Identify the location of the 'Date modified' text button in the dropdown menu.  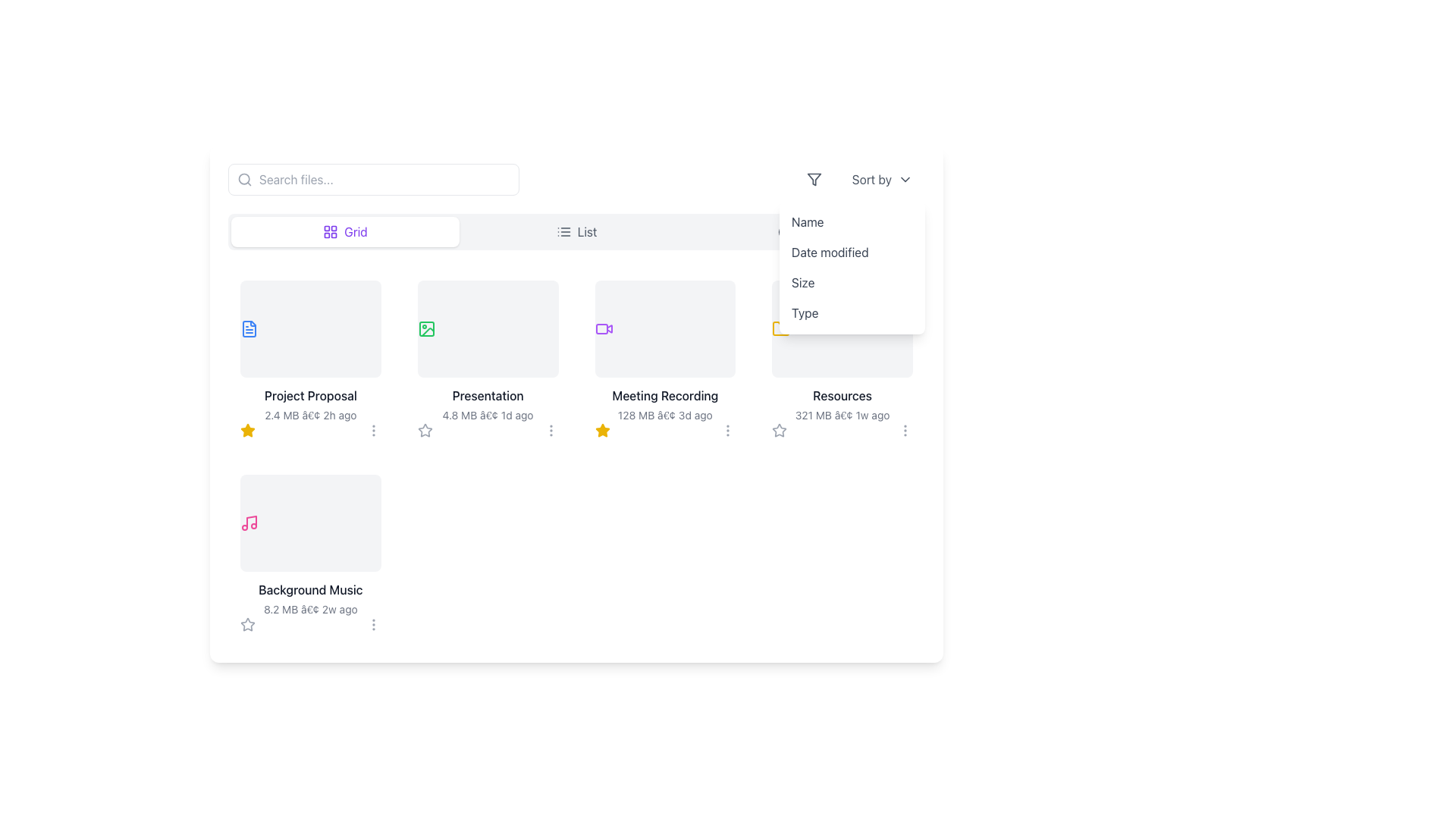
(852, 251).